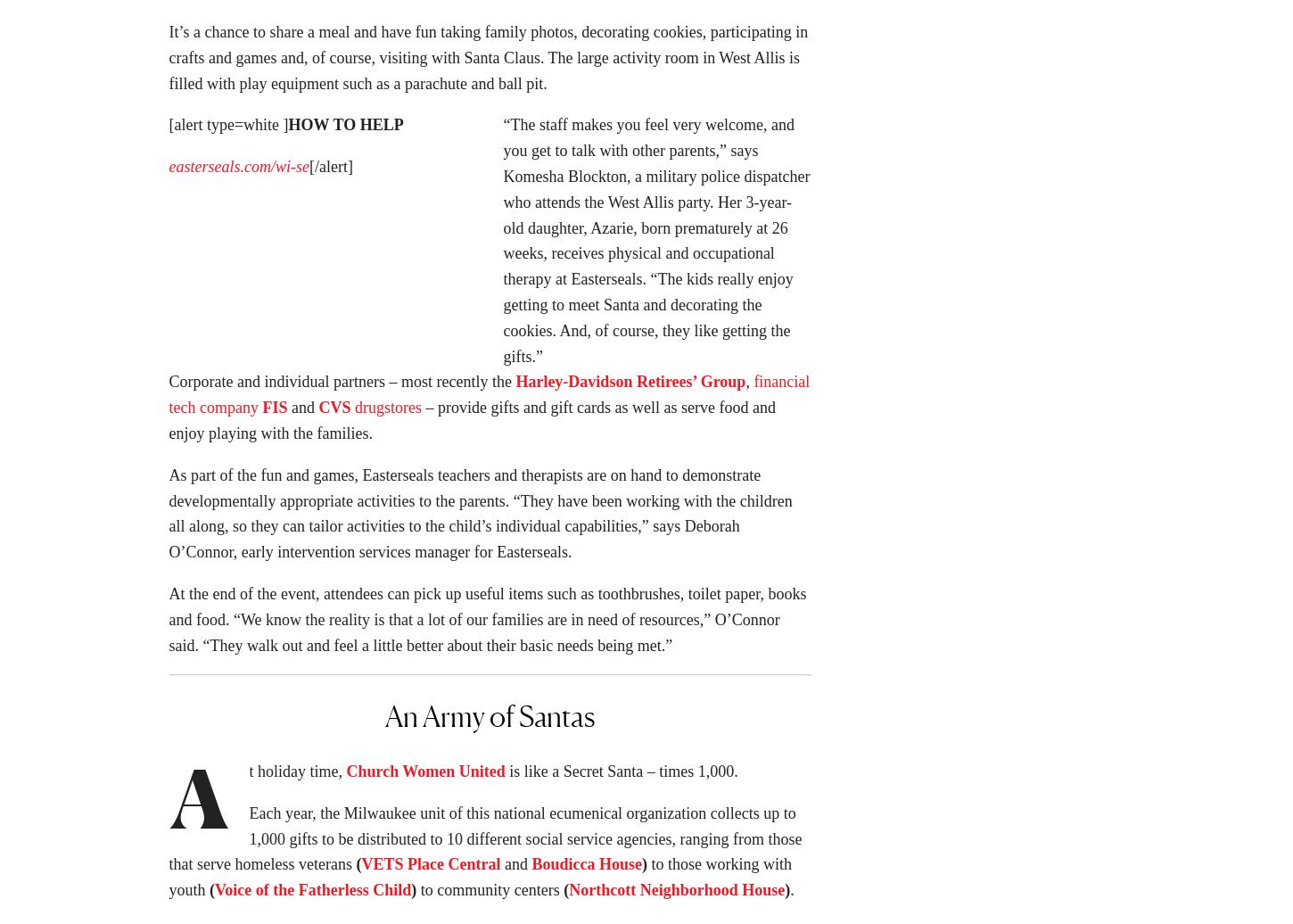  What do you see at coordinates (167, 519) in the screenshot?
I see `'As part of the fun and games, Easterseals teachers and therapists are on hand to demonstrate developmentally appropriate activities to the parents. “They have been working with the children all along, so they can tailor activities to the child’s individual capabilities,” says Deborah O’Connor, early intervention services manager for Easterseals.'` at bounding box center [167, 519].